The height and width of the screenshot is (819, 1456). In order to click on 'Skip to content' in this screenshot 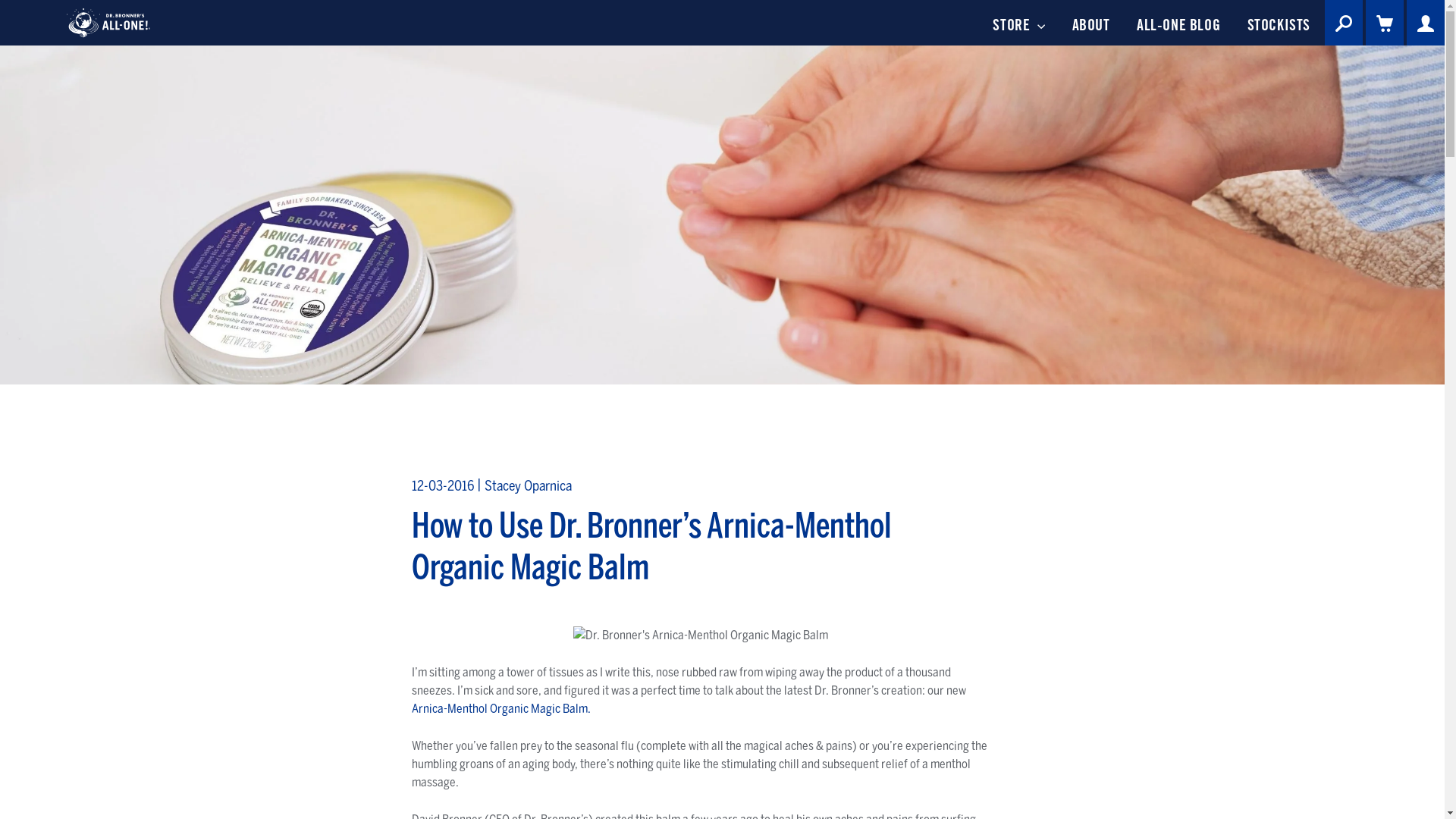, I will do `click(0, 0)`.